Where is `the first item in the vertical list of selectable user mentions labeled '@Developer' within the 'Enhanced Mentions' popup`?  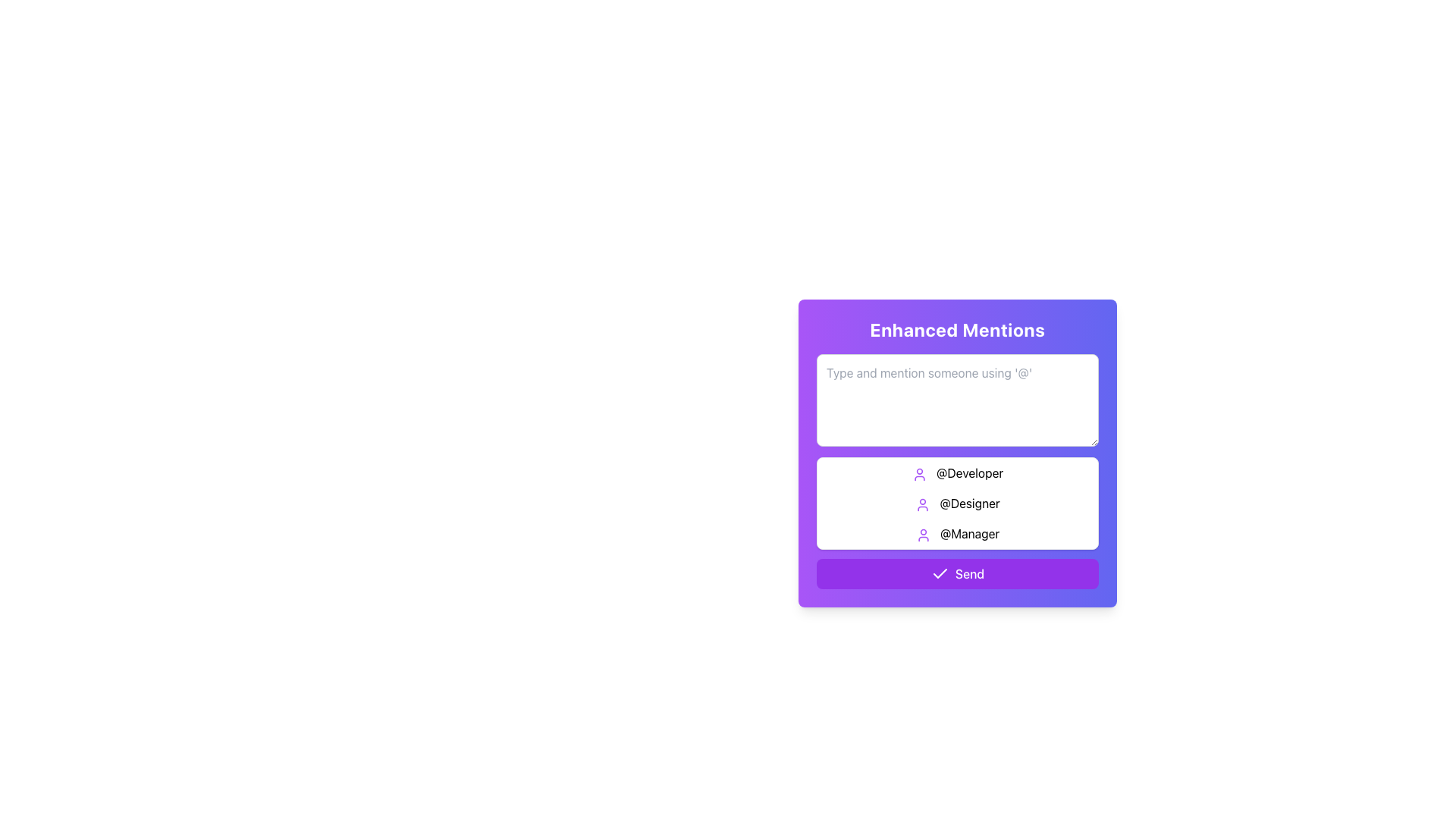
the first item in the vertical list of selectable user mentions labeled '@Developer' within the 'Enhanced Mentions' popup is located at coordinates (956, 472).